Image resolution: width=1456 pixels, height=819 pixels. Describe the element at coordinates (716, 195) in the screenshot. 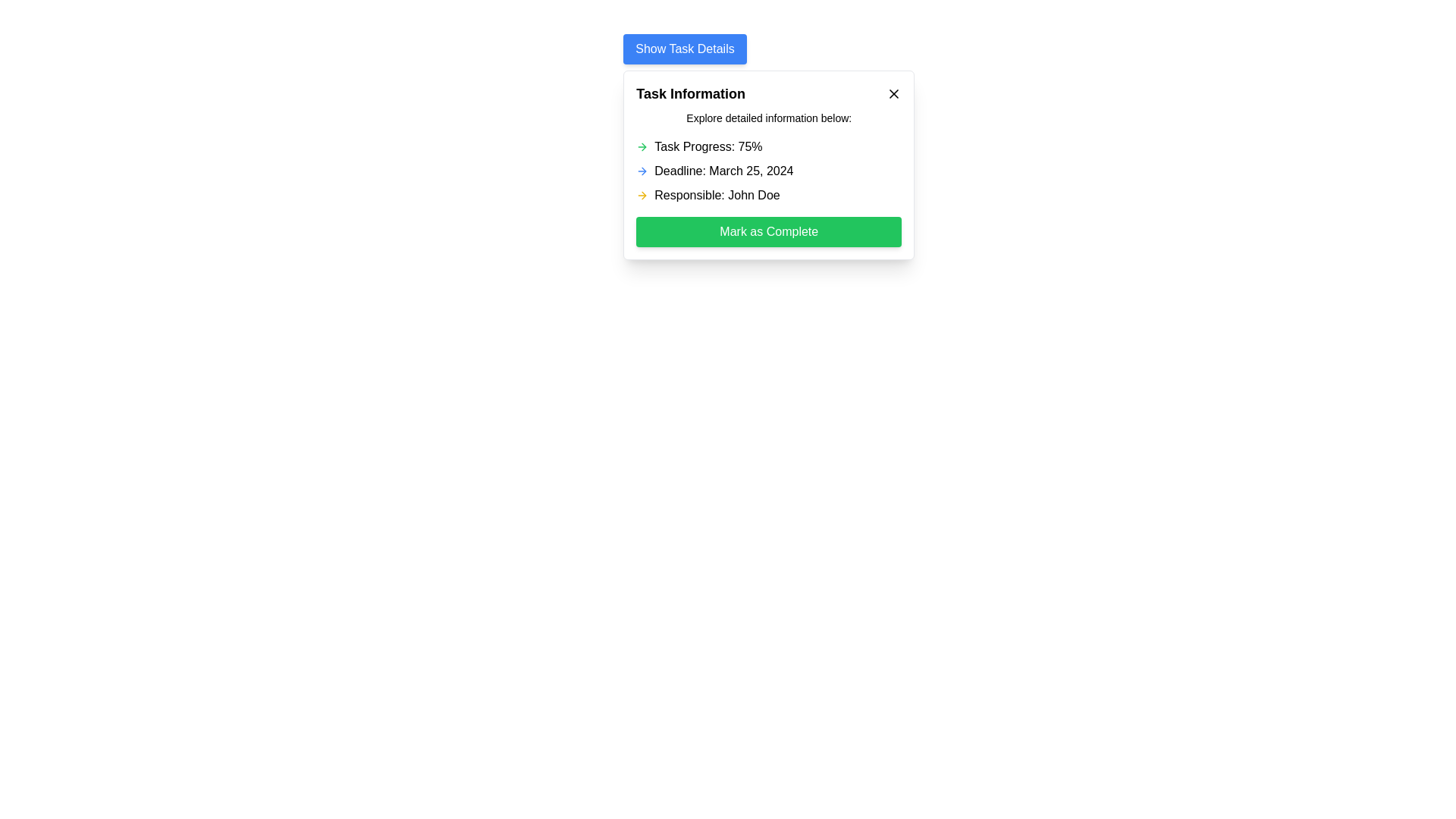

I see `the informational text display indicating the responsible person for the task, which shows 'John Doe', located between the deadline text and the 'Mark as Complete' button` at that location.